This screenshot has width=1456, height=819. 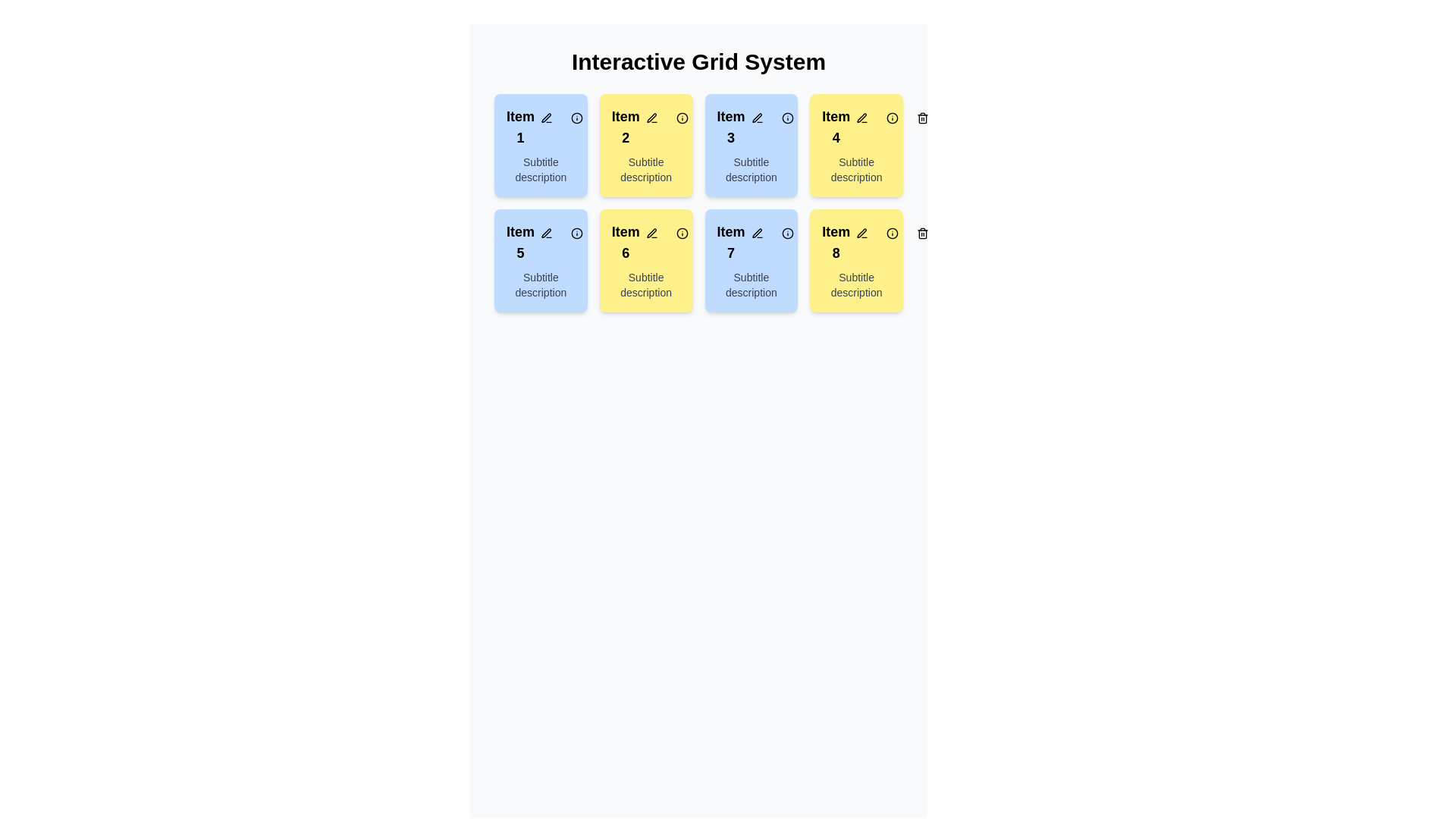 What do you see at coordinates (922, 234) in the screenshot?
I see `the trash can icon located at the upper right corner of the grid layout to possibly reveal a tooltip or highlight` at bounding box center [922, 234].